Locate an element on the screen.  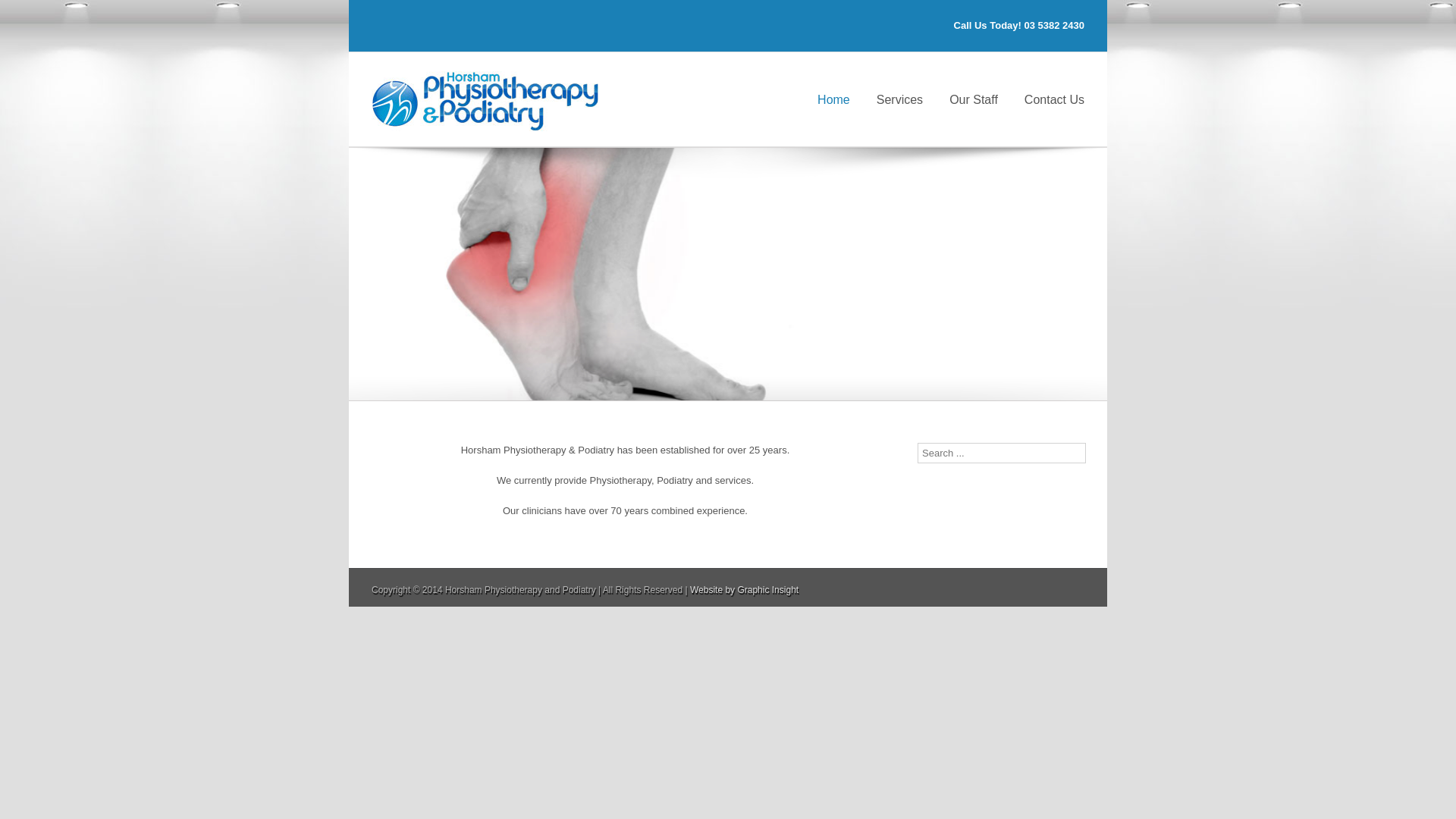
'Contact Us' is located at coordinates (1024, 99).